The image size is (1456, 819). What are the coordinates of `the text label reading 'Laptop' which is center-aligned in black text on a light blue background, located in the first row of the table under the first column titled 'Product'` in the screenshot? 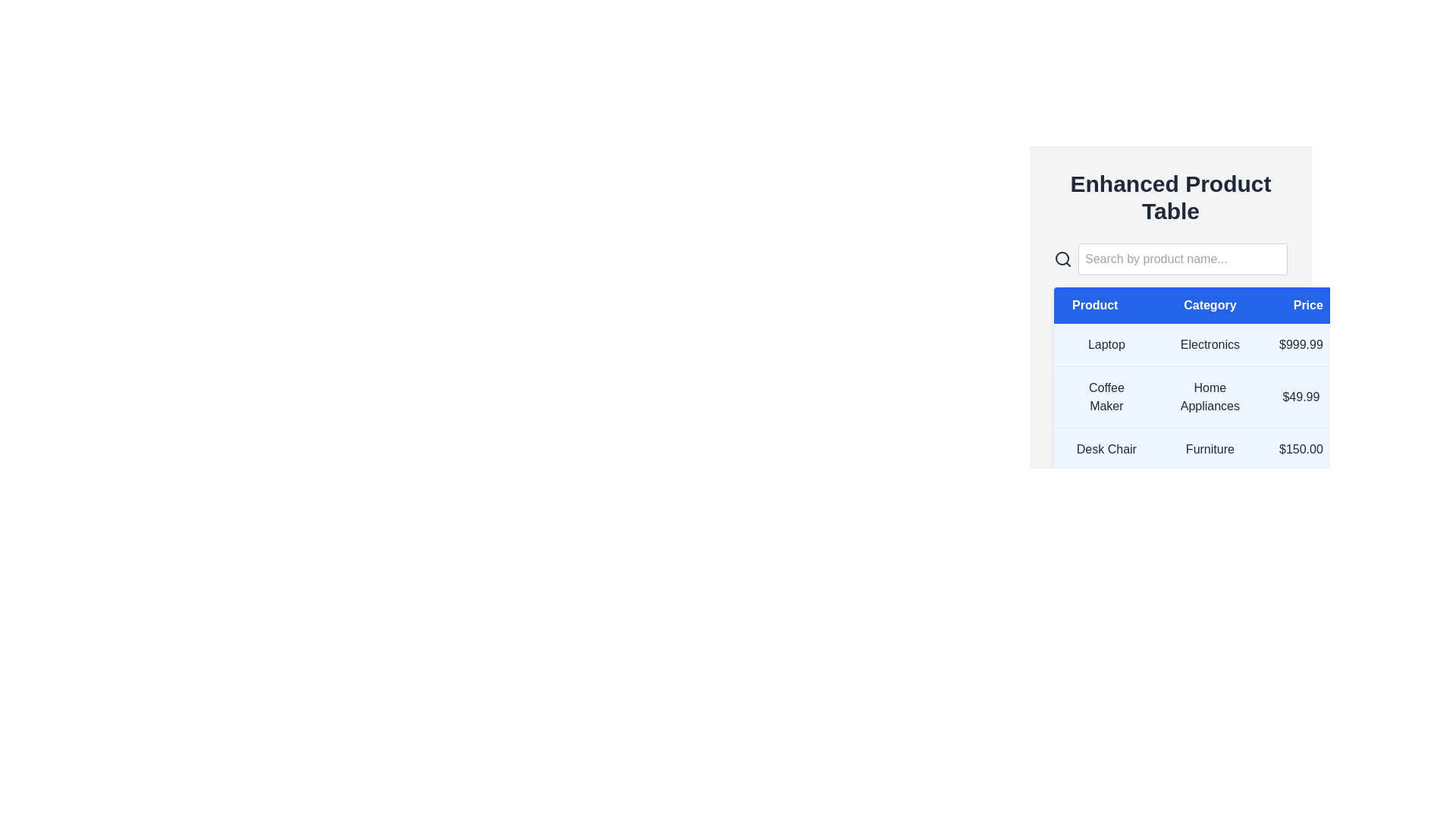 It's located at (1106, 345).